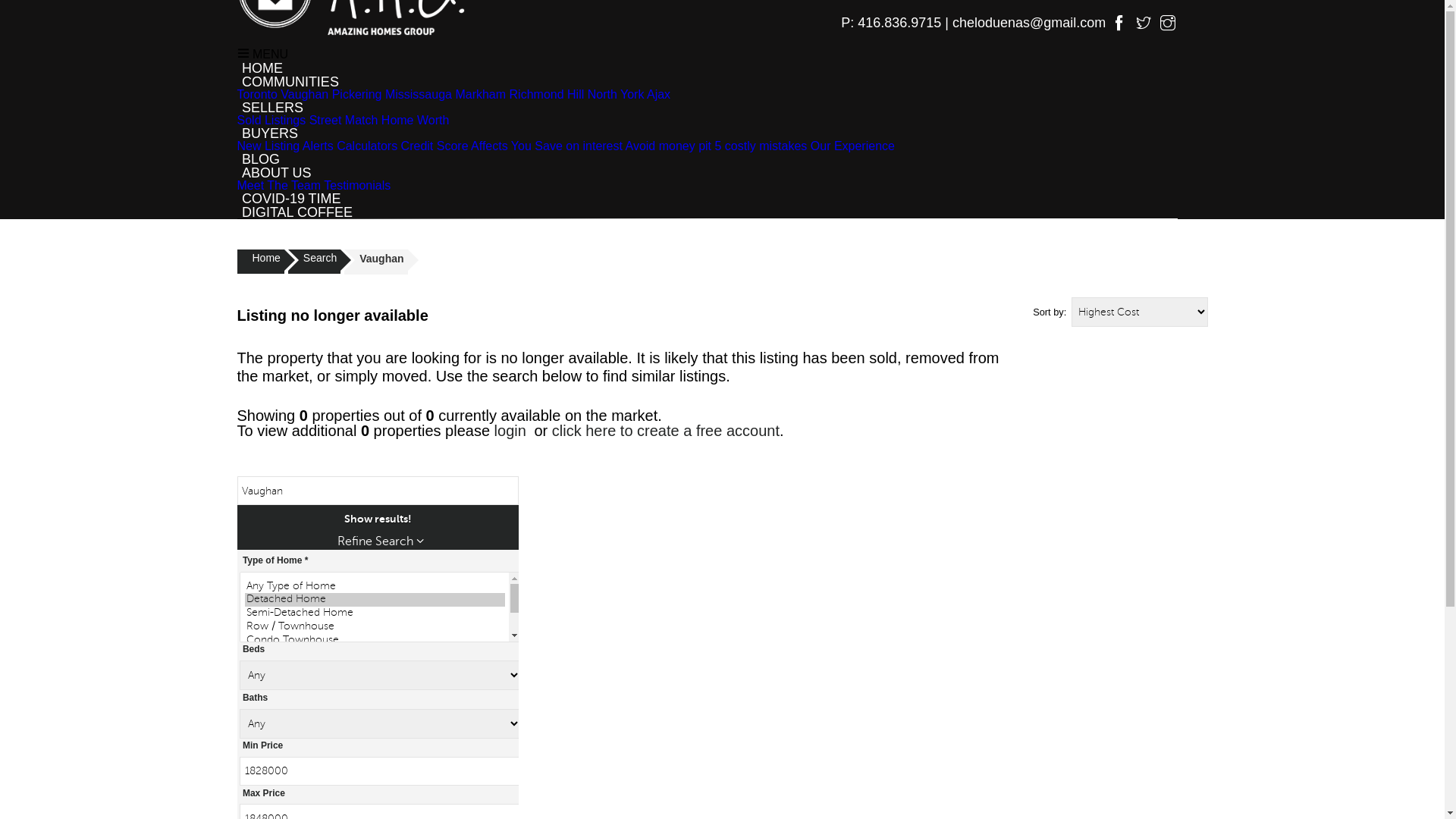 The image size is (1456, 819). Describe the element at coordinates (272, 107) in the screenshot. I see `'SELLERS'` at that location.